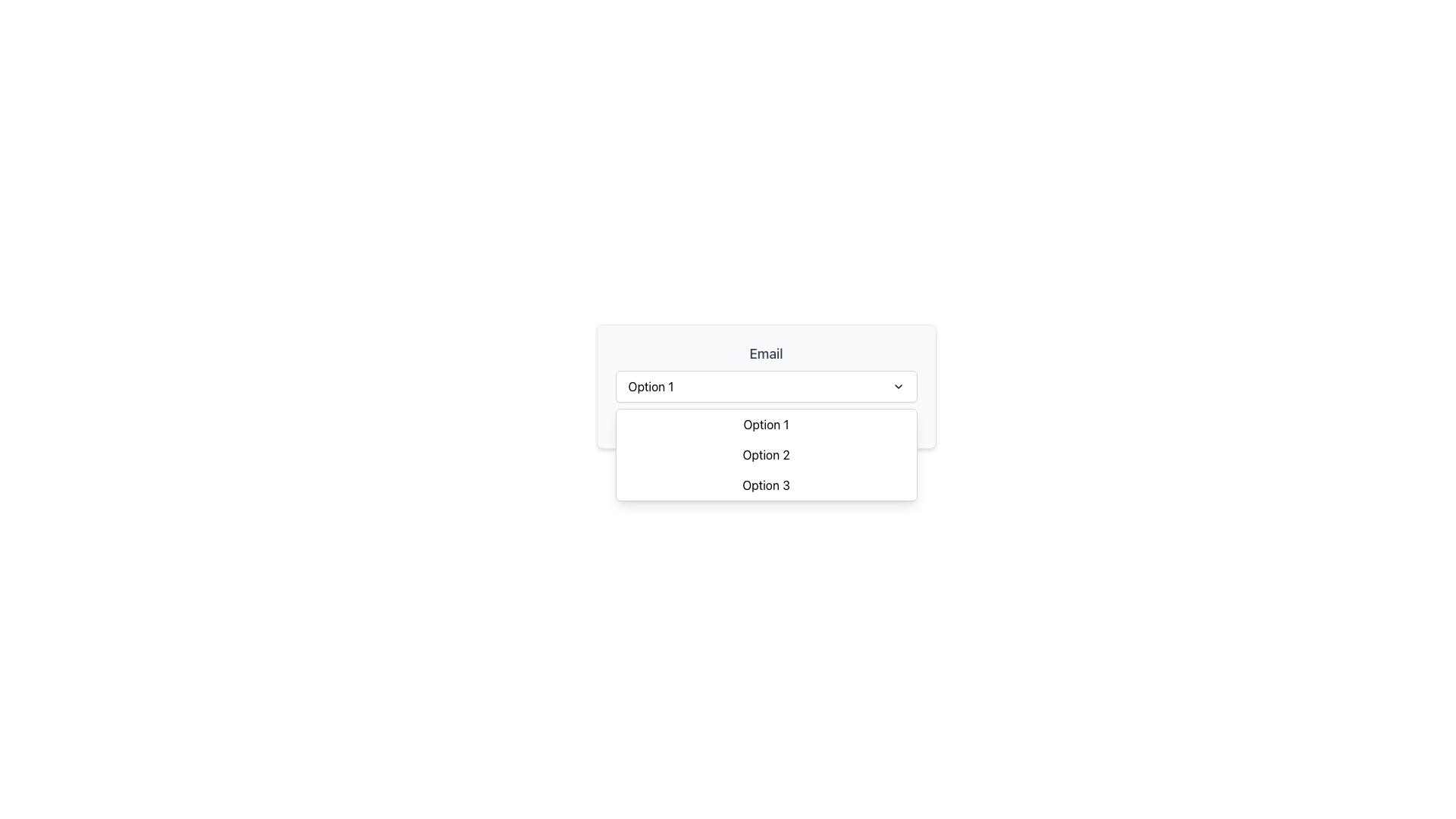 This screenshot has width=1456, height=819. What do you see at coordinates (766, 485) in the screenshot?
I see `the third option in the dropdown list labeled 'Option 3'` at bounding box center [766, 485].